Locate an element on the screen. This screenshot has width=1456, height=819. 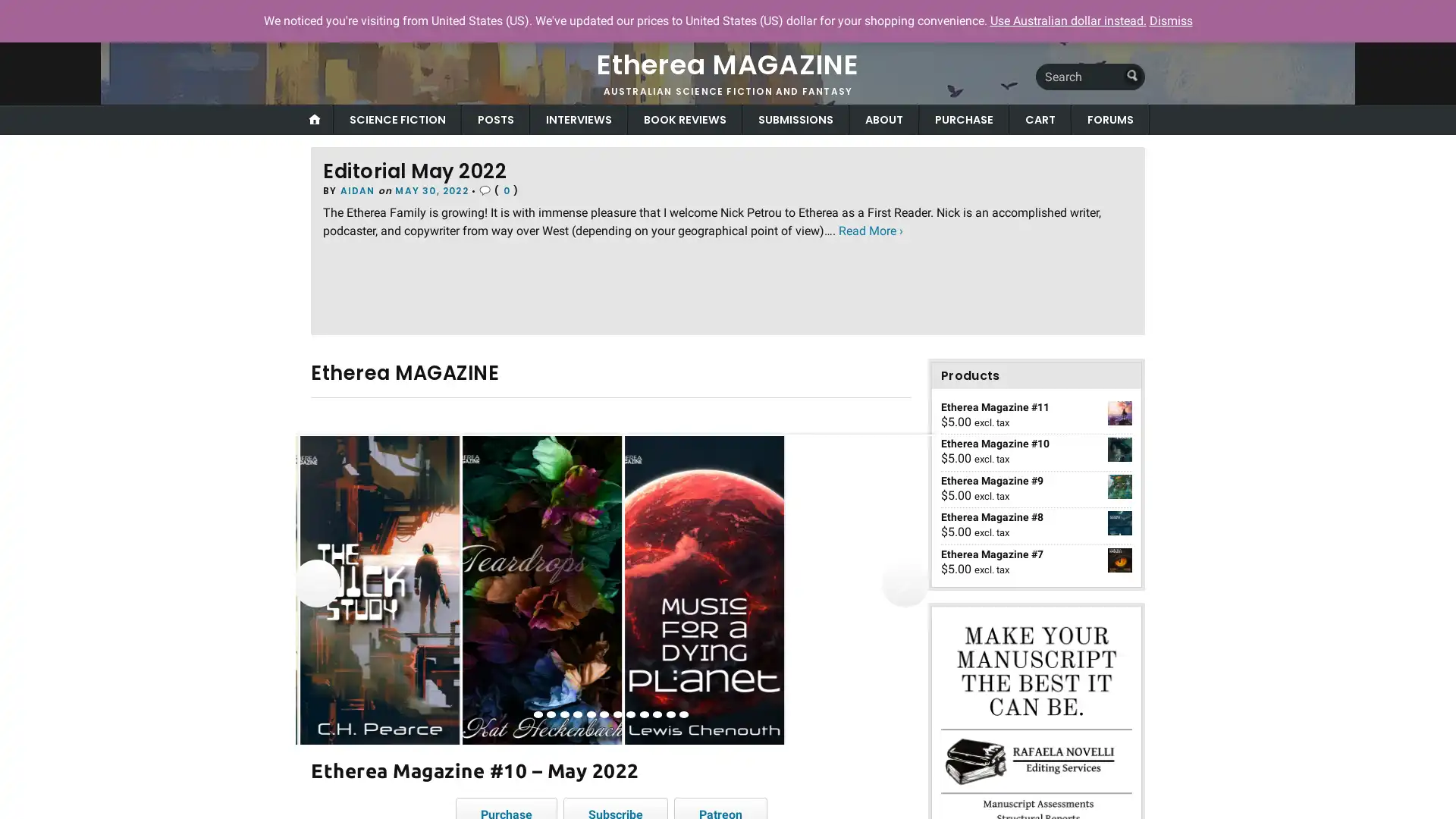
view image 6 of 12 in carousel is located at coordinates (603, 714).